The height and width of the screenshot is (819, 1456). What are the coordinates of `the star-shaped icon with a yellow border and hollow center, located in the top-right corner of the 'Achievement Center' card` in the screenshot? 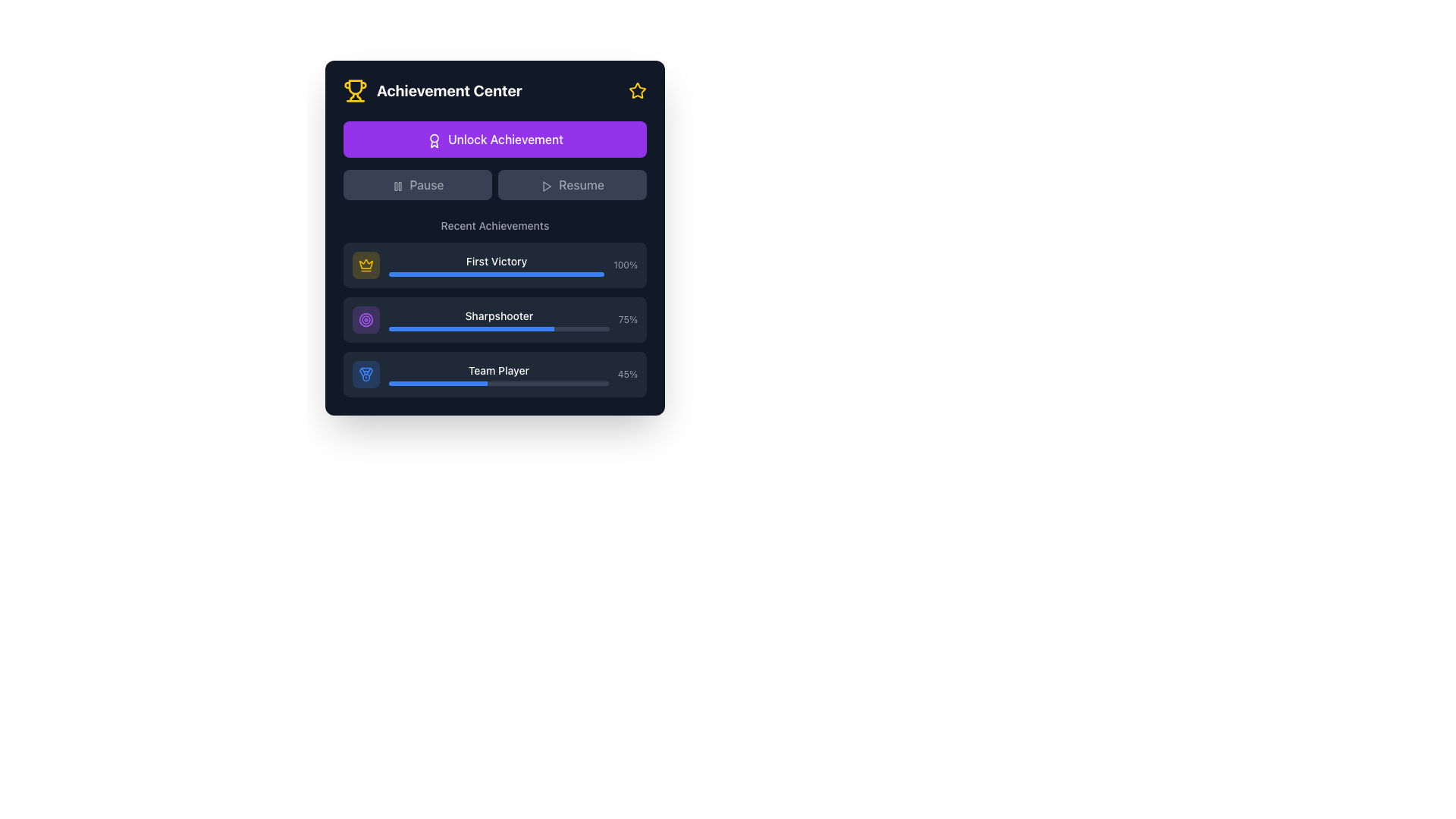 It's located at (637, 90).